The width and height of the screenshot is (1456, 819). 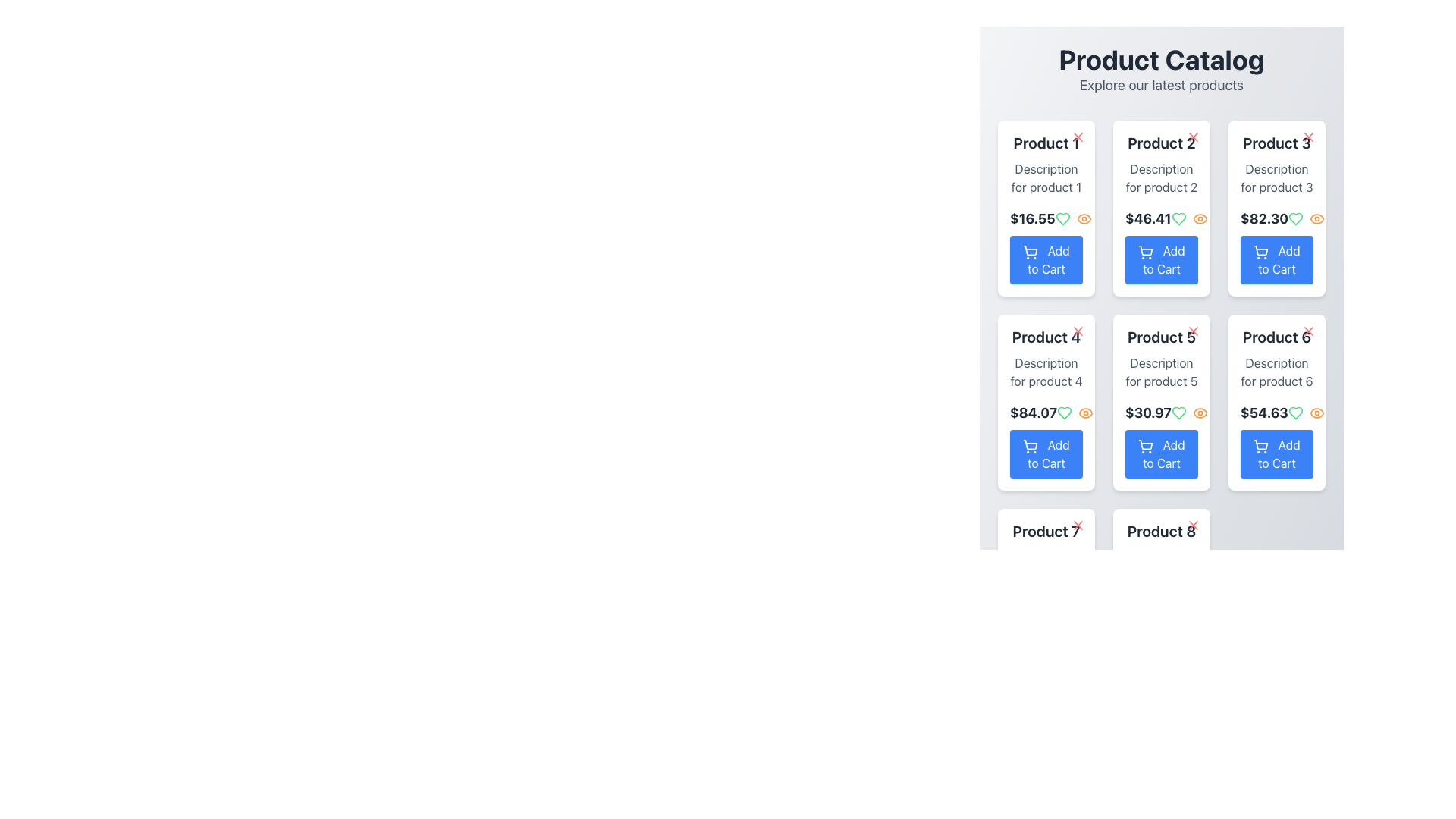 I want to click on the text label displaying 'Product 7', which is styled with bold black text and located at the top of a card component in the product grid view, so click(x=1046, y=531).